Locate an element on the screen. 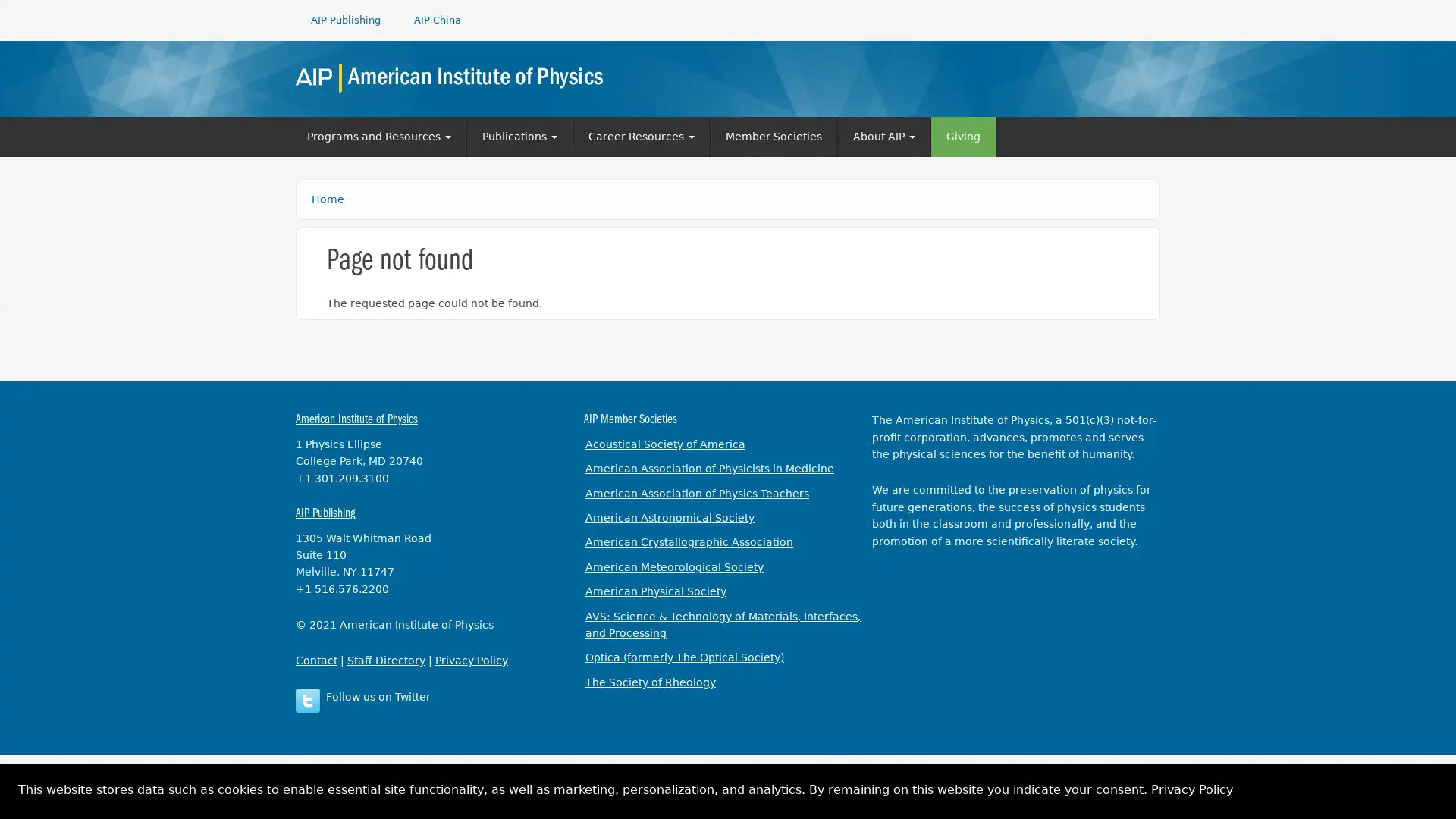 The height and width of the screenshot is (819, 1456). search is located at coordinates (1138, 76).